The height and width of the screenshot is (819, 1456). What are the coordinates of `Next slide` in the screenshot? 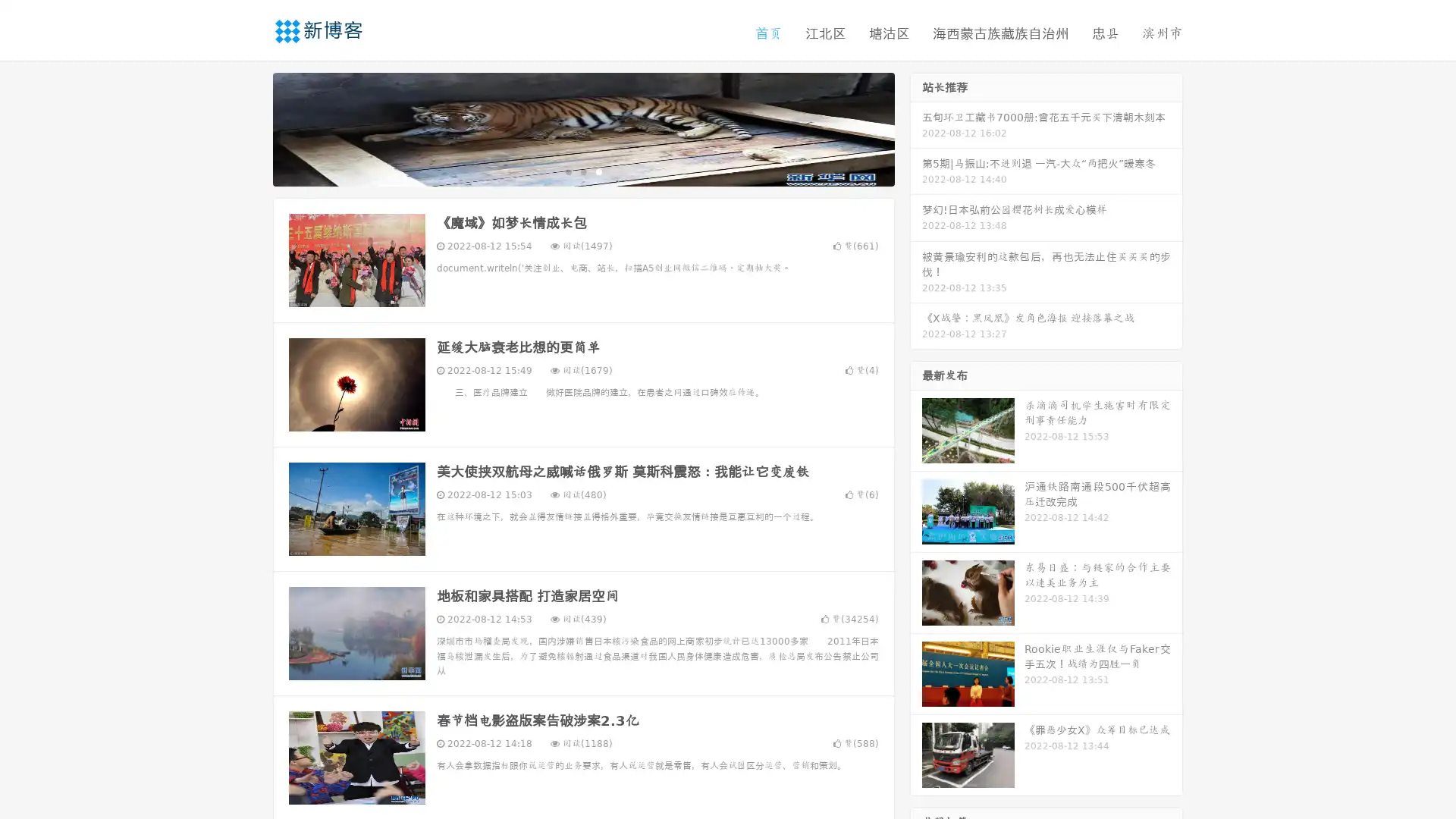 It's located at (916, 127).